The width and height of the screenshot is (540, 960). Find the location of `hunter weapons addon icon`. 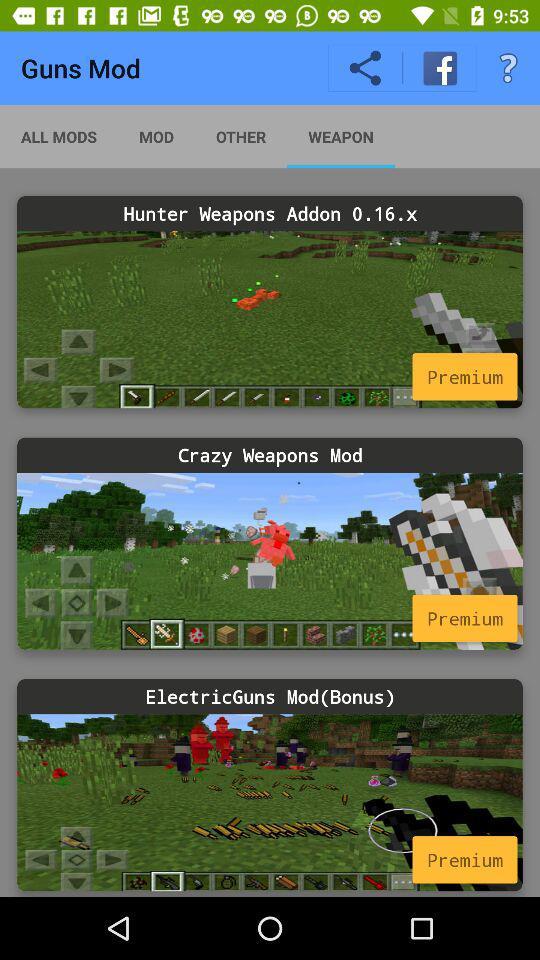

hunter weapons addon icon is located at coordinates (270, 213).